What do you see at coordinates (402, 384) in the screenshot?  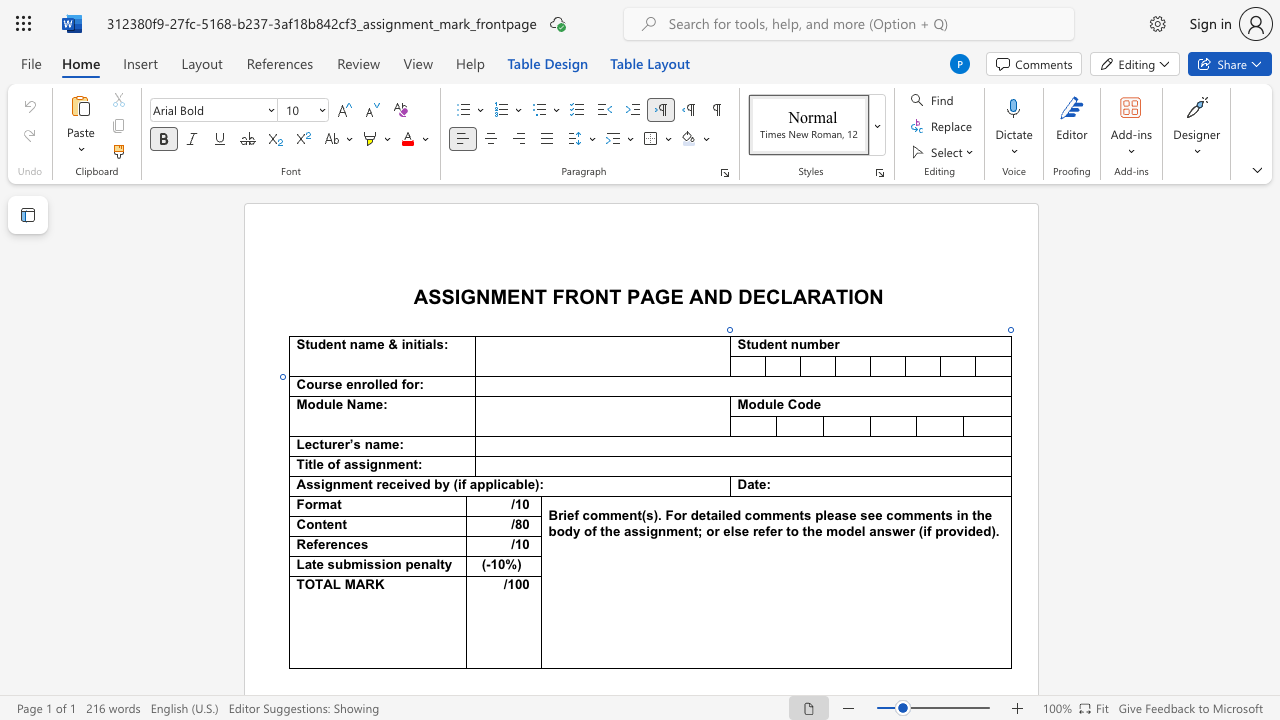 I see `the 1th character "f" in the text` at bounding box center [402, 384].